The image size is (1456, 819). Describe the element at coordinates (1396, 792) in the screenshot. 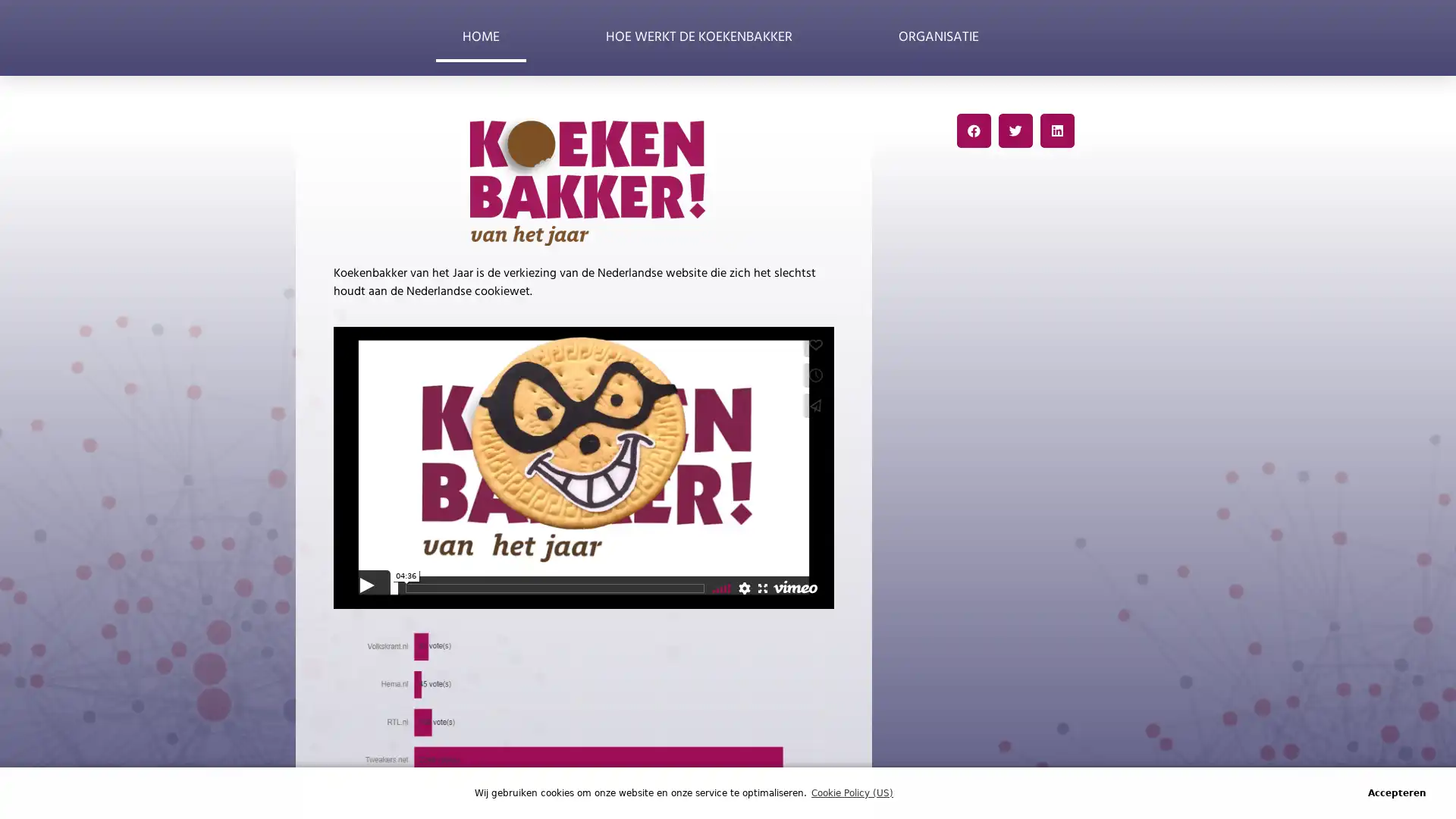

I see `dismiss cookie message` at that location.